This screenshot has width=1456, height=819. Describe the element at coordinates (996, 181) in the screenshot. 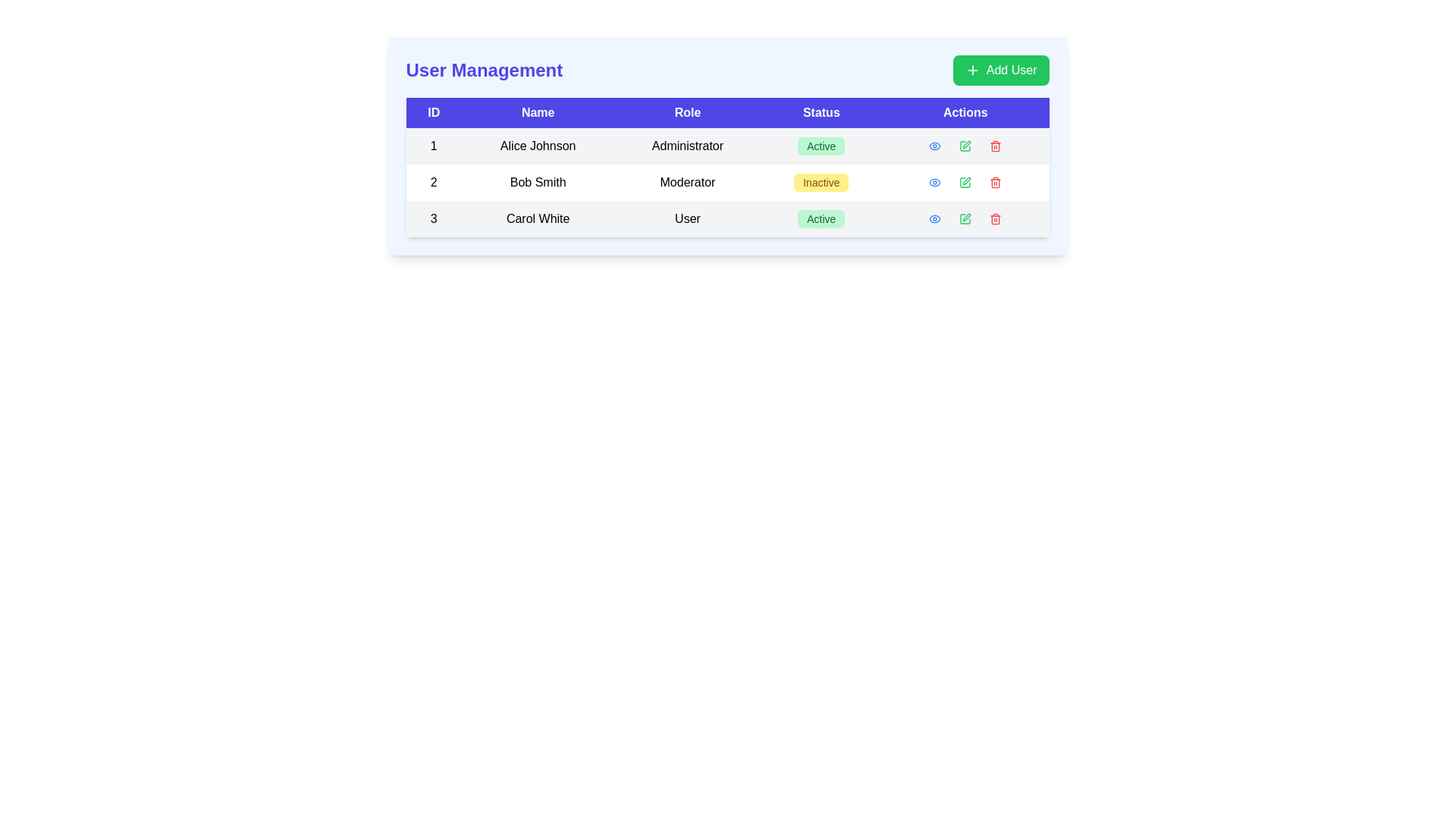

I see `the trash bin icon button in the actions cell of the second row in the user management interface to bring focus` at that location.